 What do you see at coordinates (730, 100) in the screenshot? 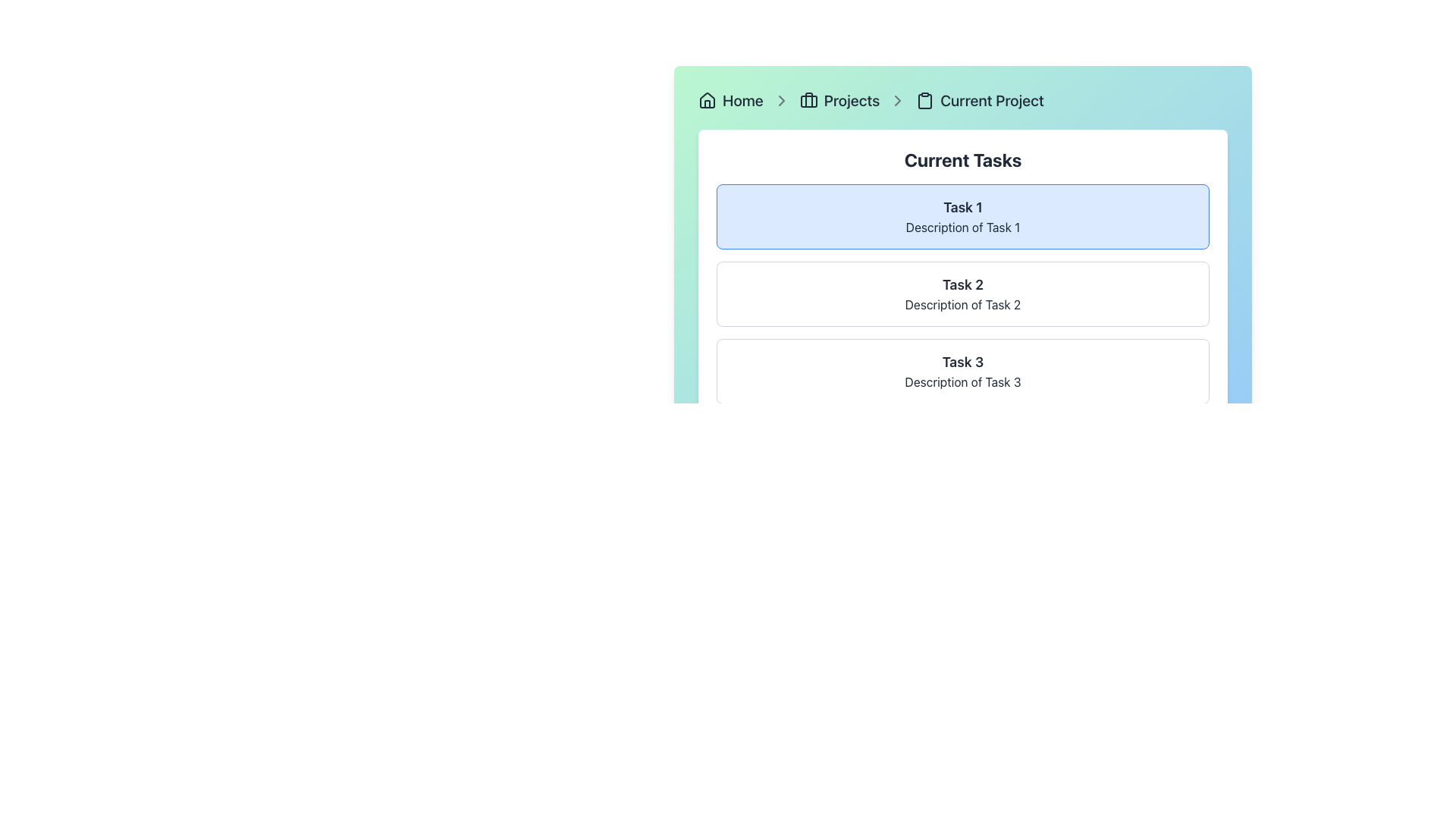
I see `the 'Home' breadcrumb navigation link` at bounding box center [730, 100].